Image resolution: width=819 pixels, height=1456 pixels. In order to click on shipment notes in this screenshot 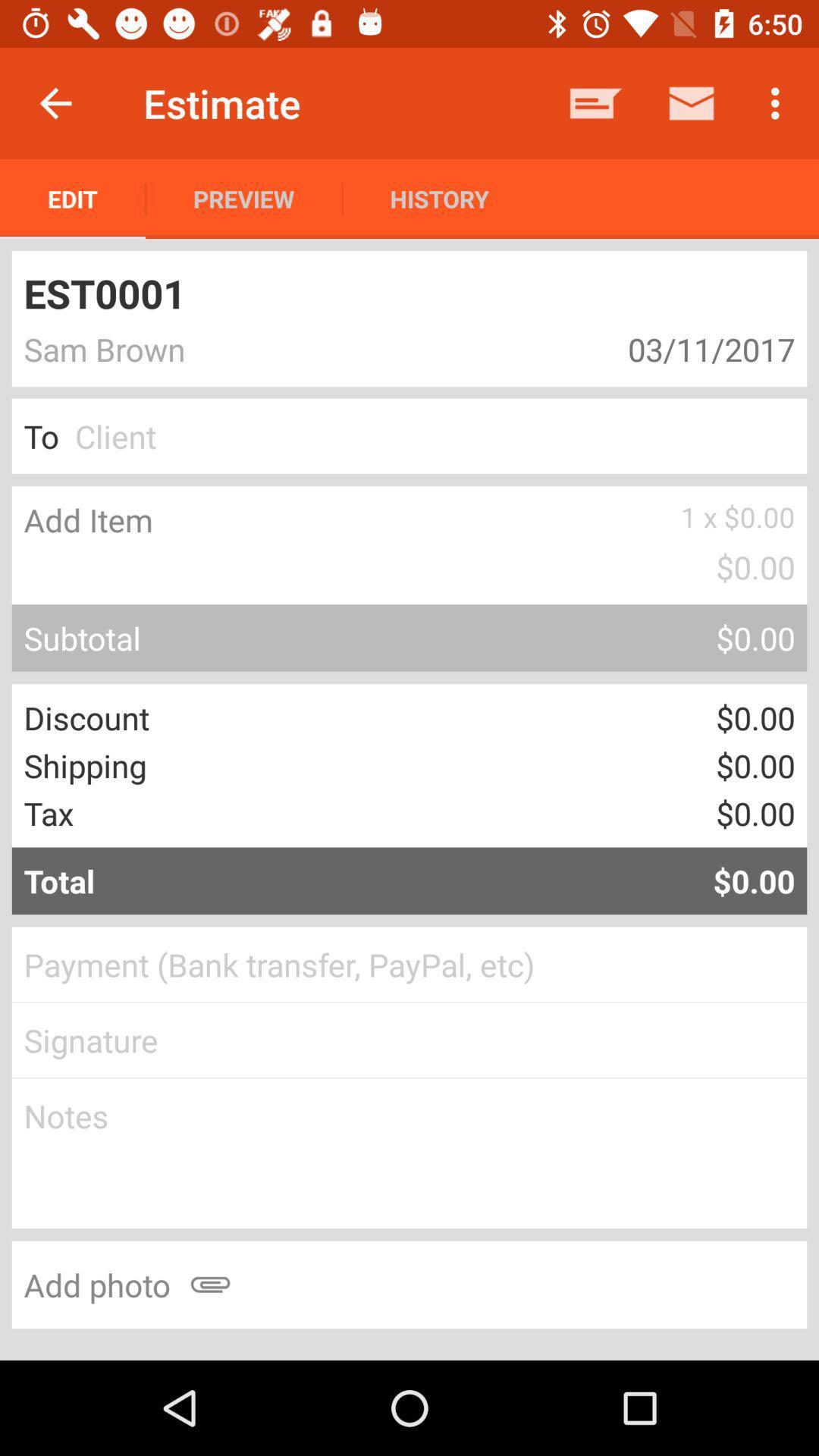, I will do `click(409, 1153)`.